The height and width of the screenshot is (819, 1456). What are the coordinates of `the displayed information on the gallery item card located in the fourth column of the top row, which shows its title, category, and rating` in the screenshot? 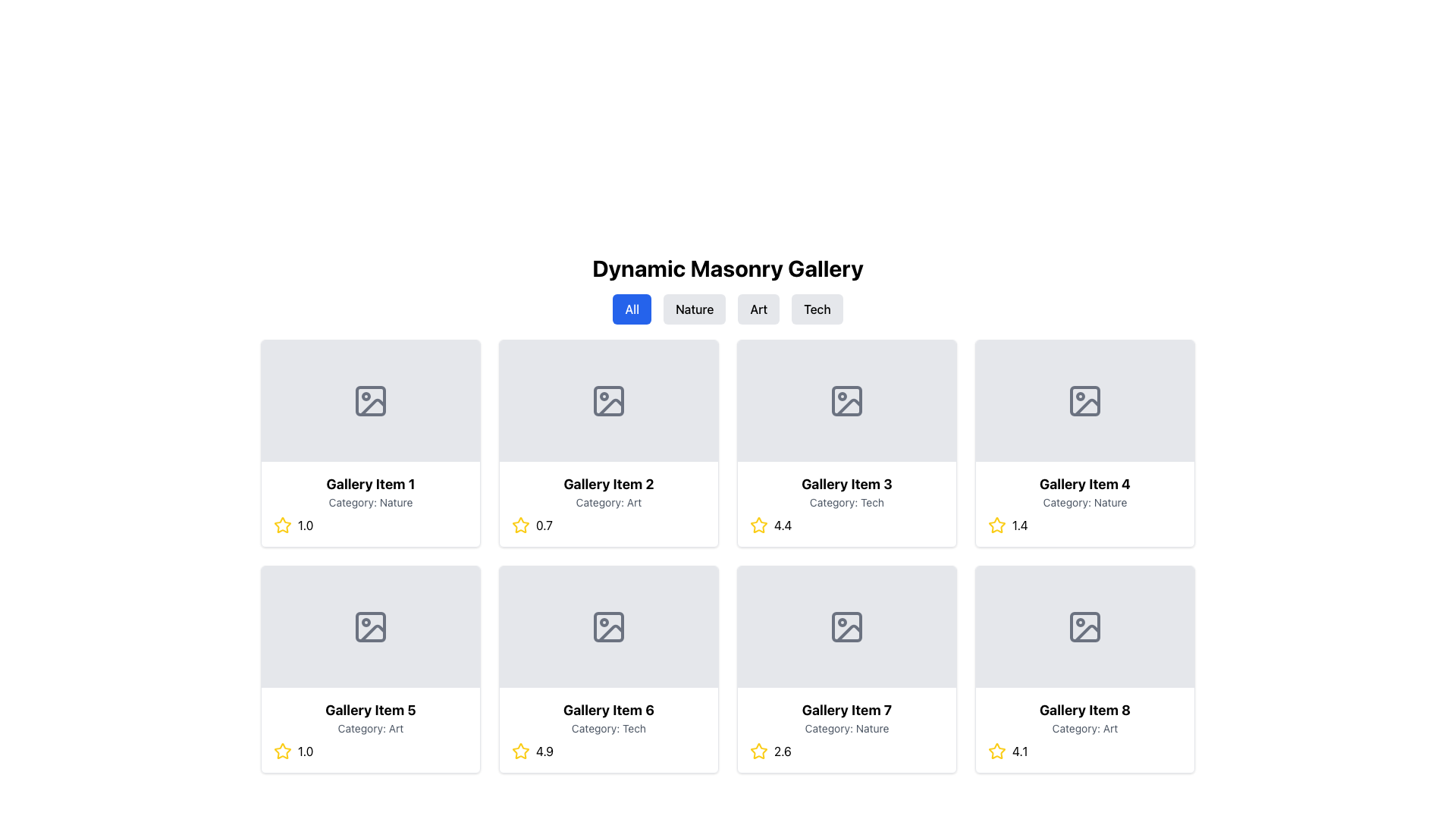 It's located at (1084, 504).